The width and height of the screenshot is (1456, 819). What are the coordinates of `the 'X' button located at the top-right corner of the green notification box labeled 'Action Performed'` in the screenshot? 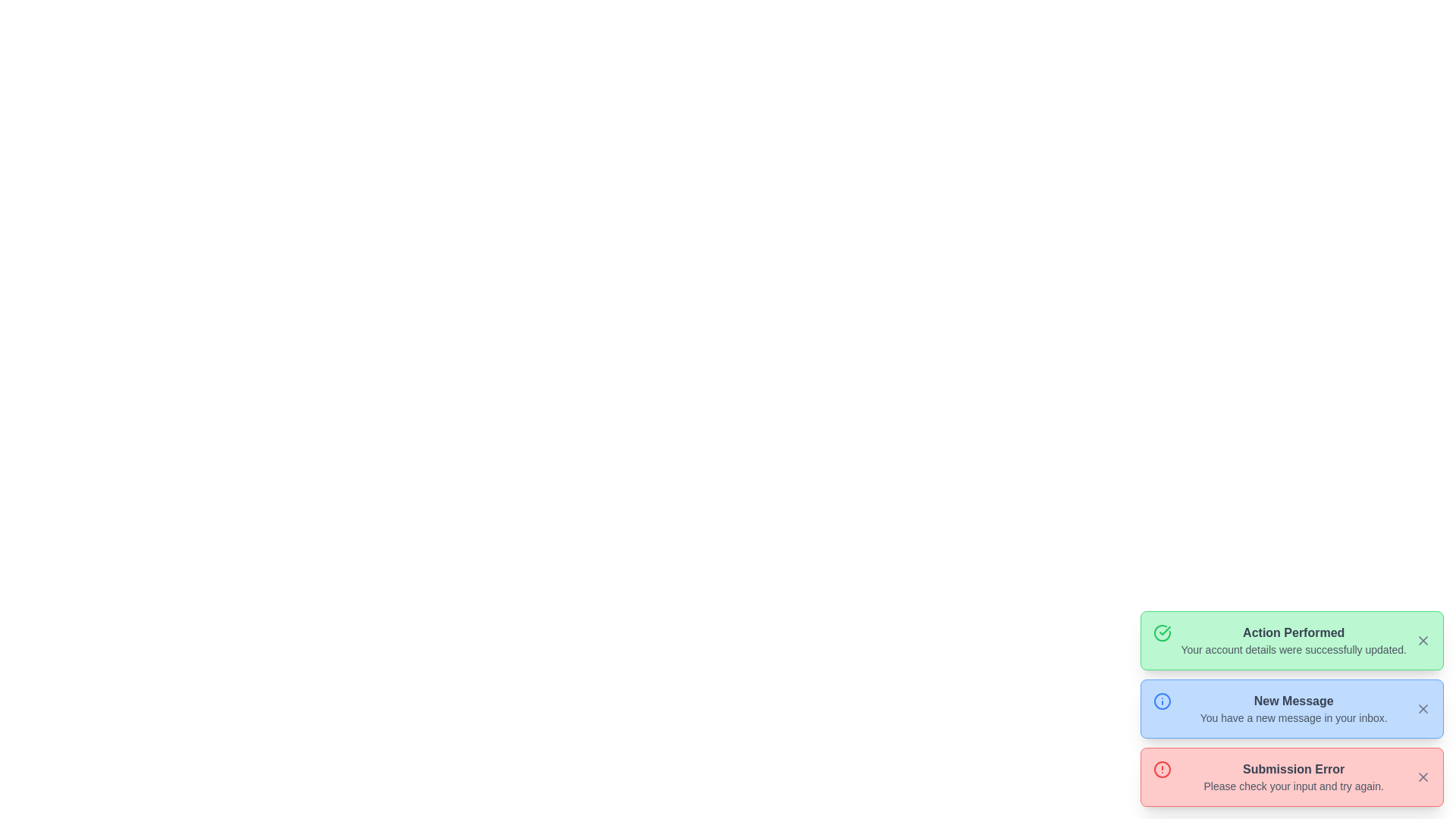 It's located at (1422, 640).